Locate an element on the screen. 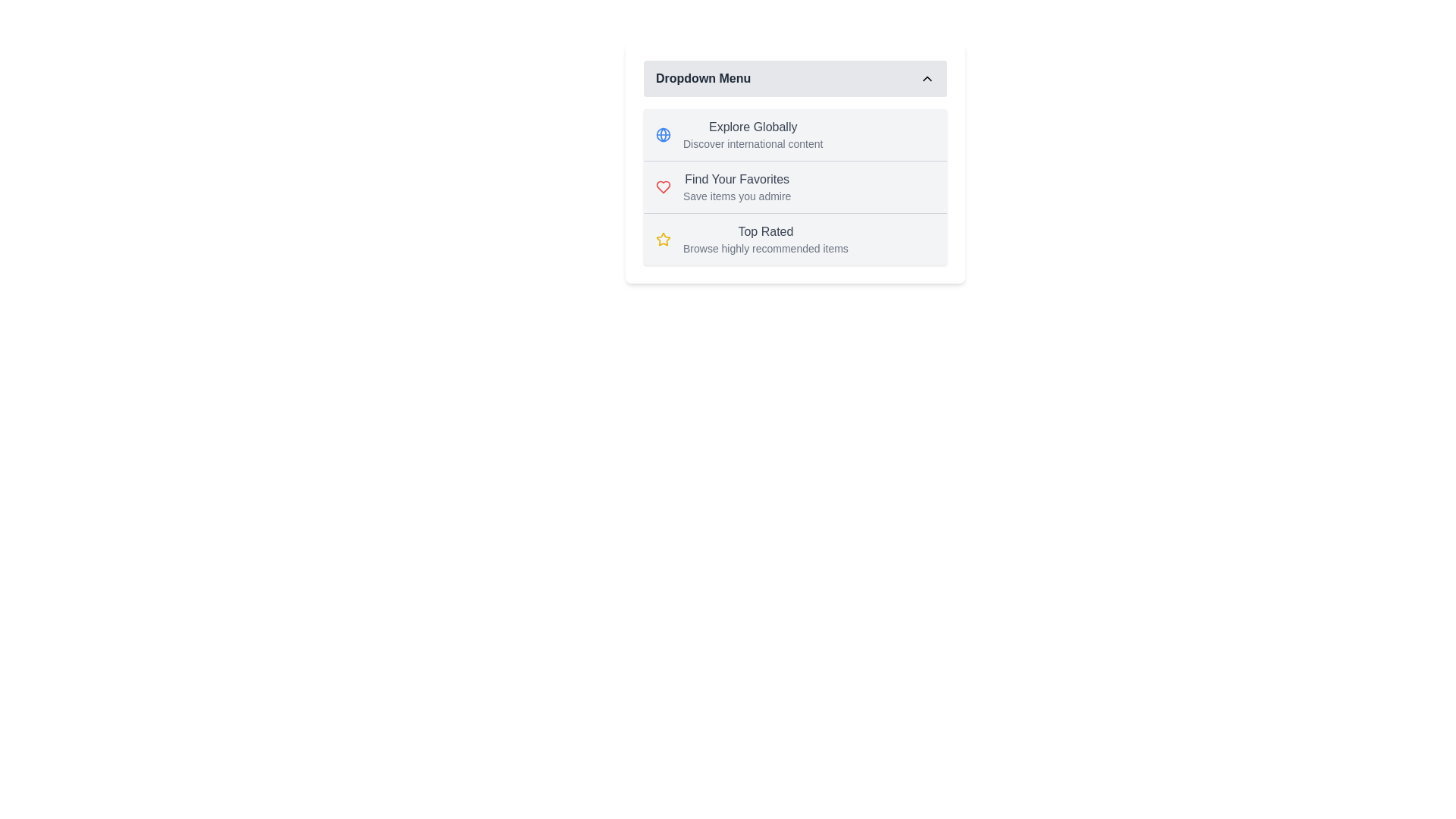 The image size is (1456, 819). the 'Top Rated' menu item in the dropdown for accessibility navigation is located at coordinates (765, 239).